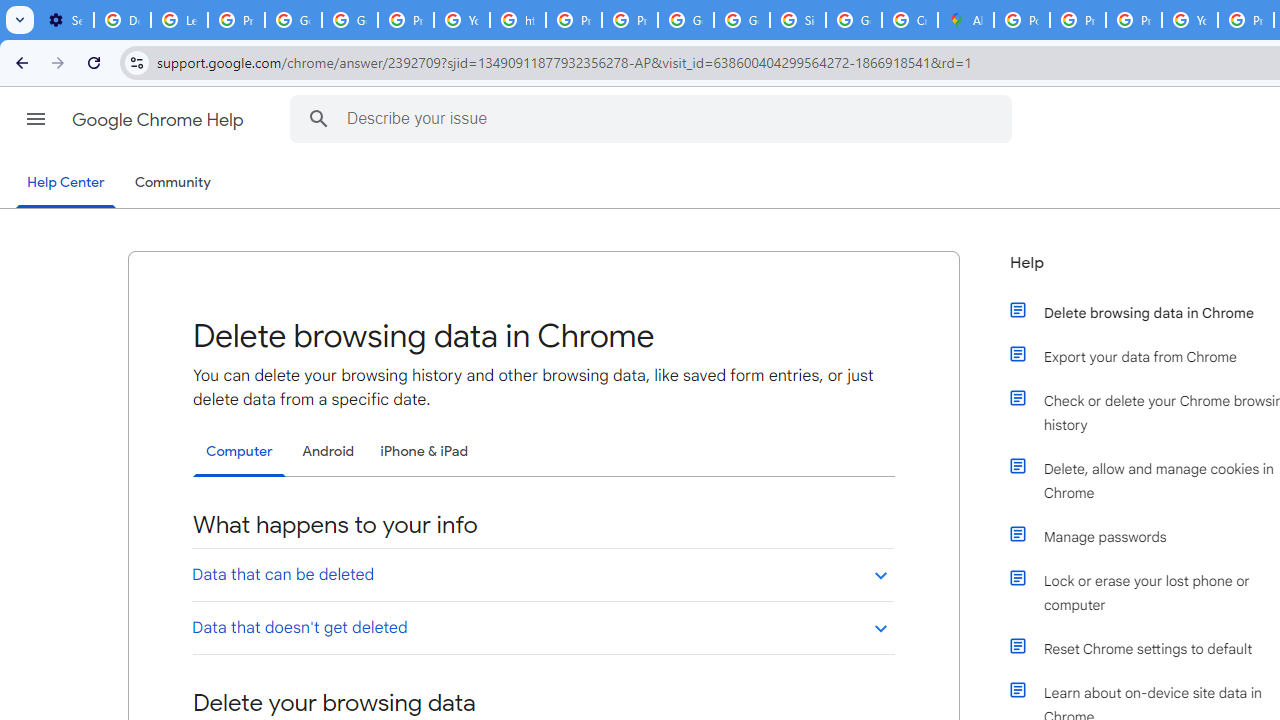 This screenshot has height=720, width=1280. Describe the element at coordinates (160, 119) in the screenshot. I see `'Google Chrome Help'` at that location.